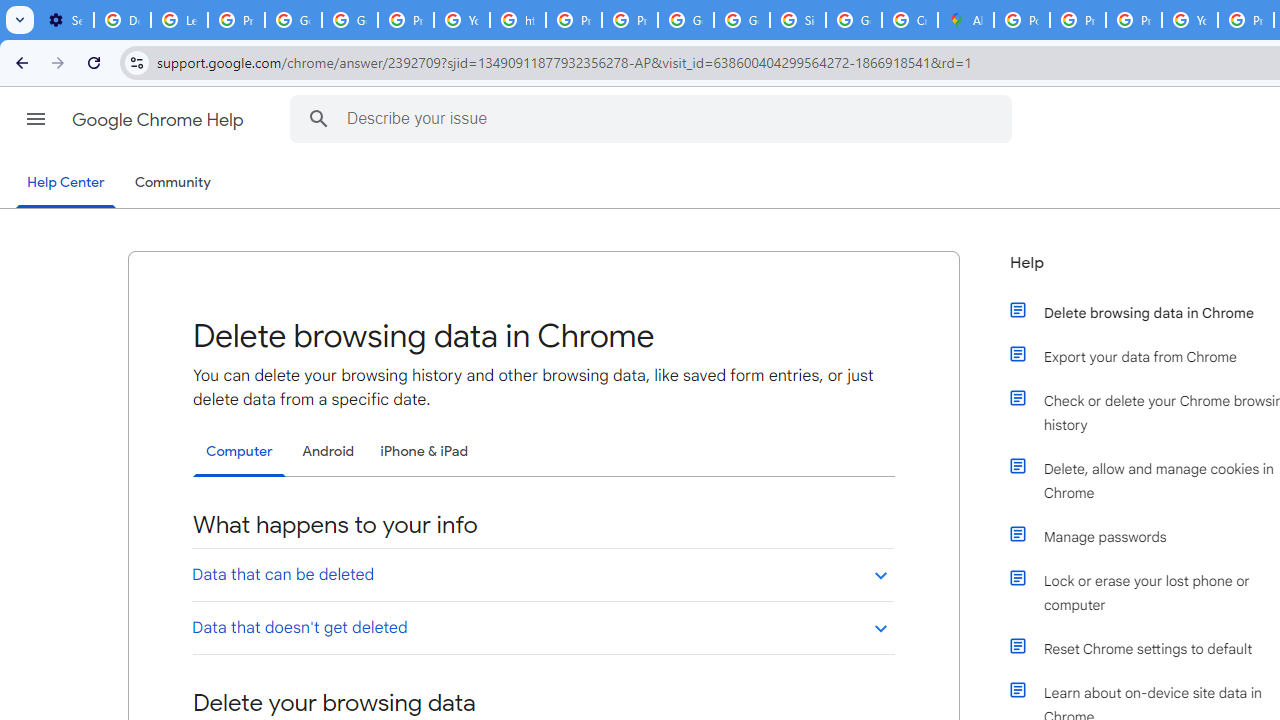 This screenshot has height=720, width=1280. Describe the element at coordinates (160, 119) in the screenshot. I see `'Google Chrome Help'` at that location.